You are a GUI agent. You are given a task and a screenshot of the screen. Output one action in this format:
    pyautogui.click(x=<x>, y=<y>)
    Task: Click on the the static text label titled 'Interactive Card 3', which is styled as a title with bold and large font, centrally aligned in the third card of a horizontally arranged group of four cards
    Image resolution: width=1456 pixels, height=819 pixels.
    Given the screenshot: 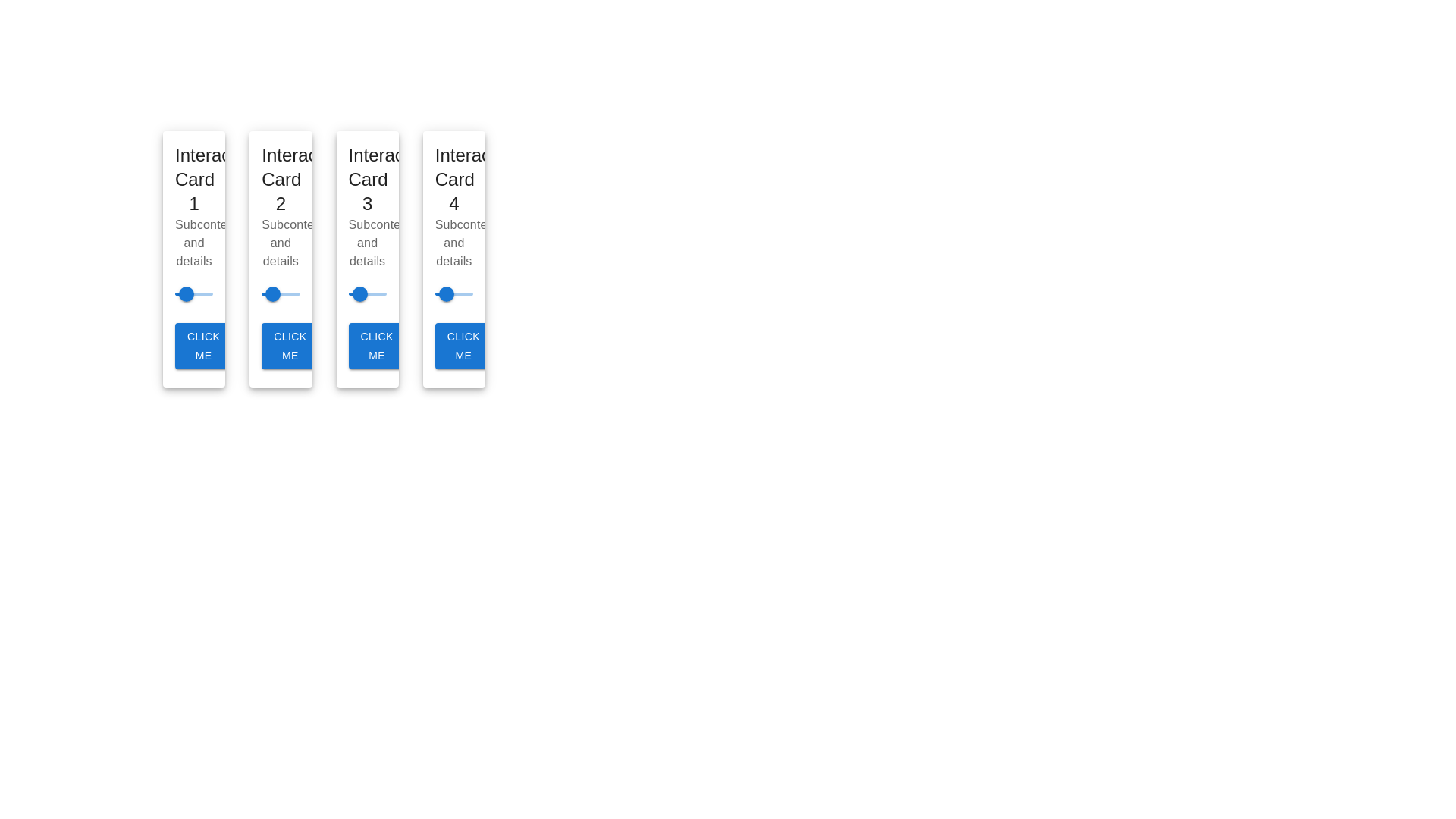 What is the action you would take?
    pyautogui.click(x=367, y=179)
    